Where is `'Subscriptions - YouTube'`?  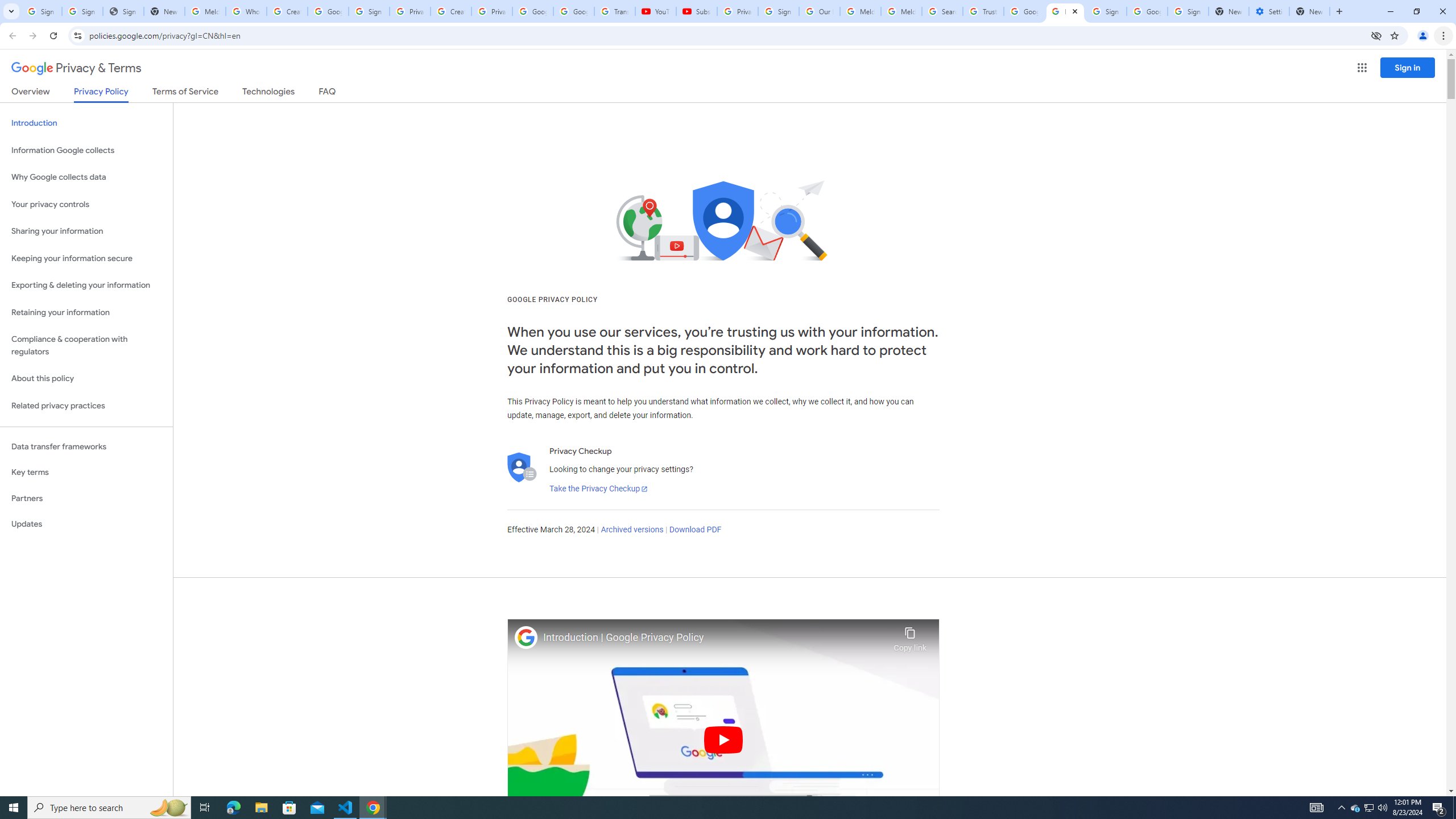 'Subscriptions - YouTube' is located at coordinates (696, 11).